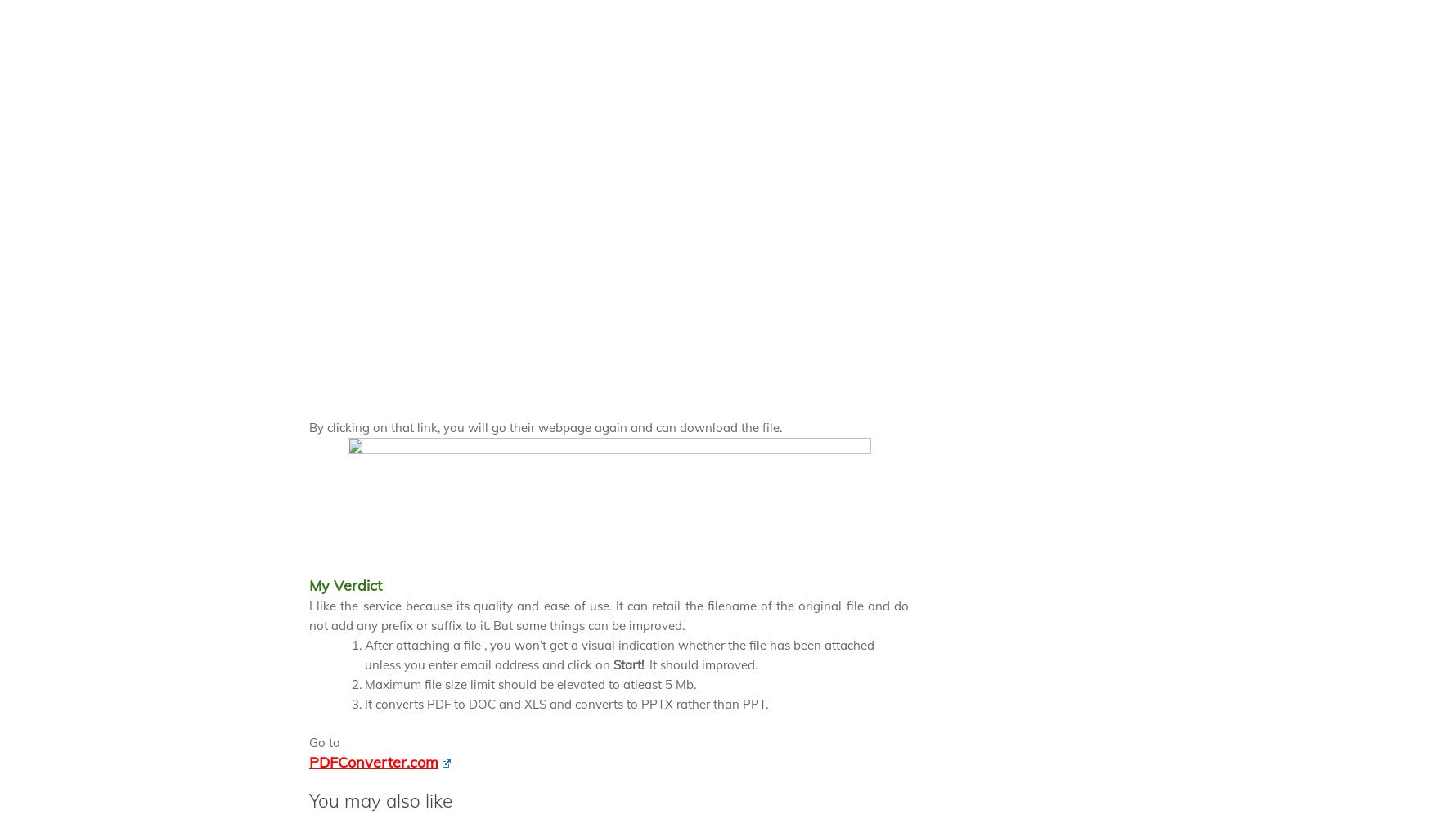 This screenshot has height=824, width=1456. Describe the element at coordinates (613, 664) in the screenshot. I see `'Start!'` at that location.